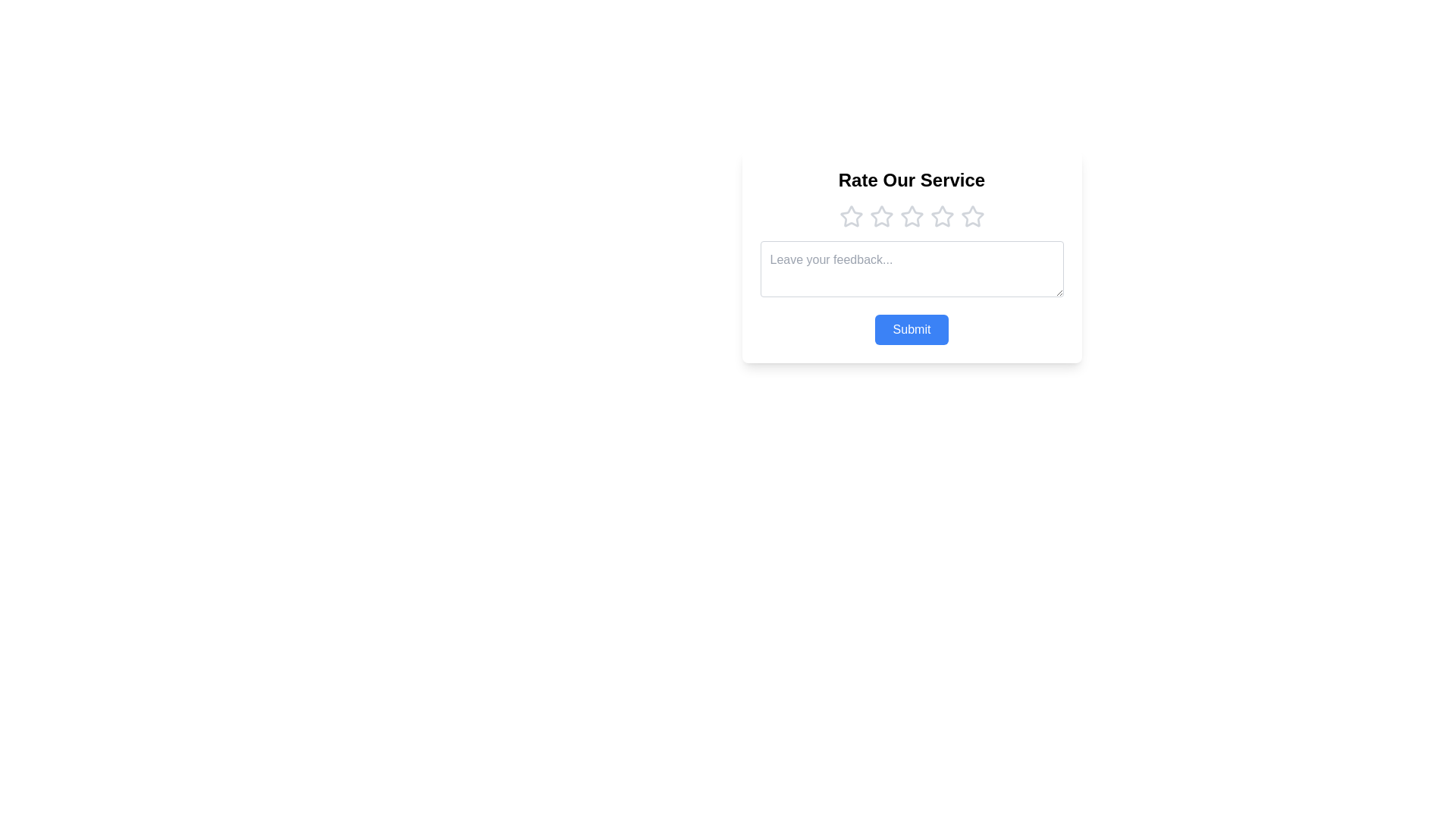  I want to click on the third star icon in the rating component, so click(941, 216).